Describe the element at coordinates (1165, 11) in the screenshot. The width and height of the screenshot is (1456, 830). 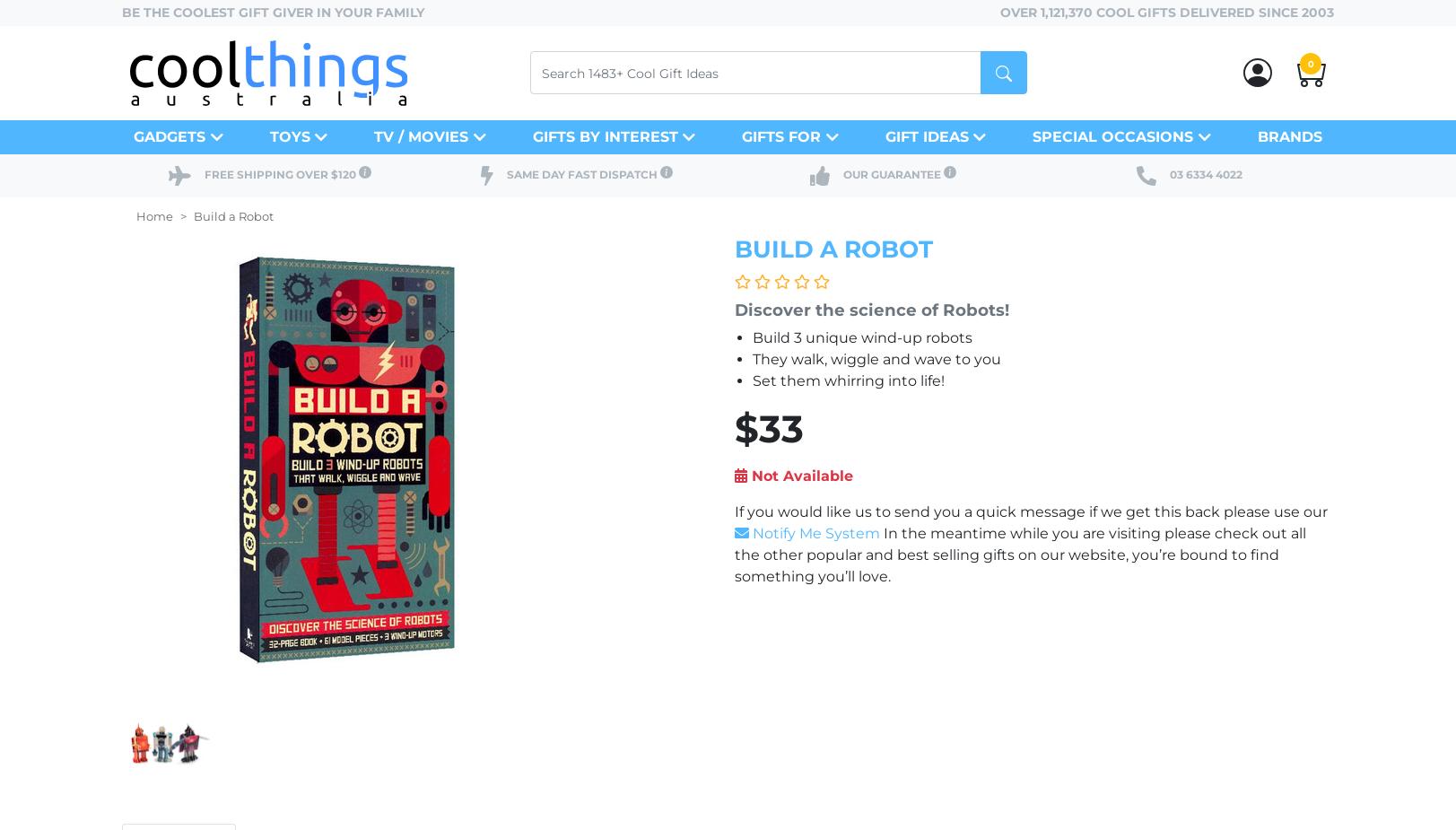
I see `'Over 1,121,370 Cool Gifts Delivered Since 2003'` at that location.